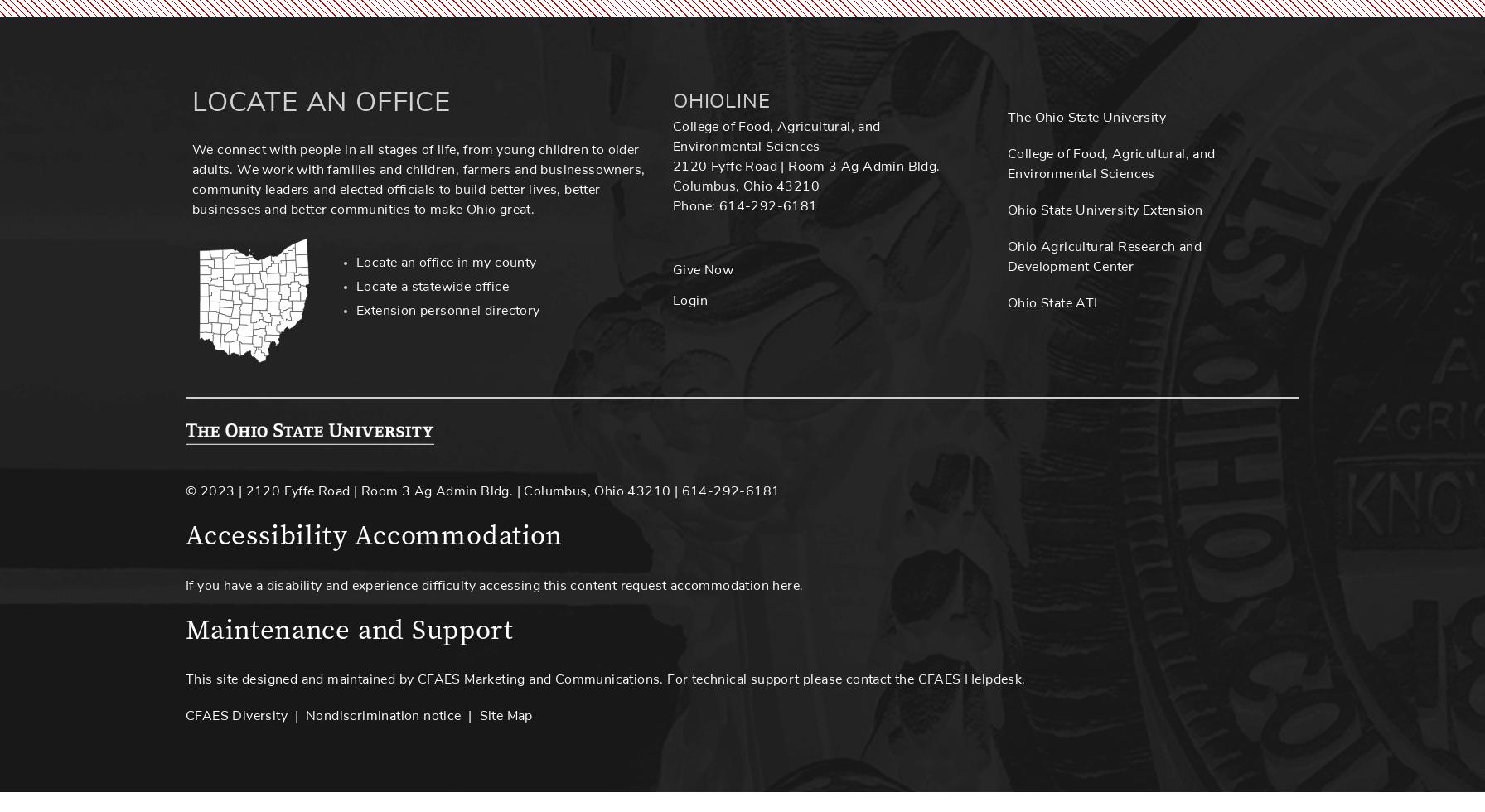 This screenshot has height=812, width=1485. What do you see at coordinates (236, 715) in the screenshot?
I see `'CFAES Diversity'` at bounding box center [236, 715].